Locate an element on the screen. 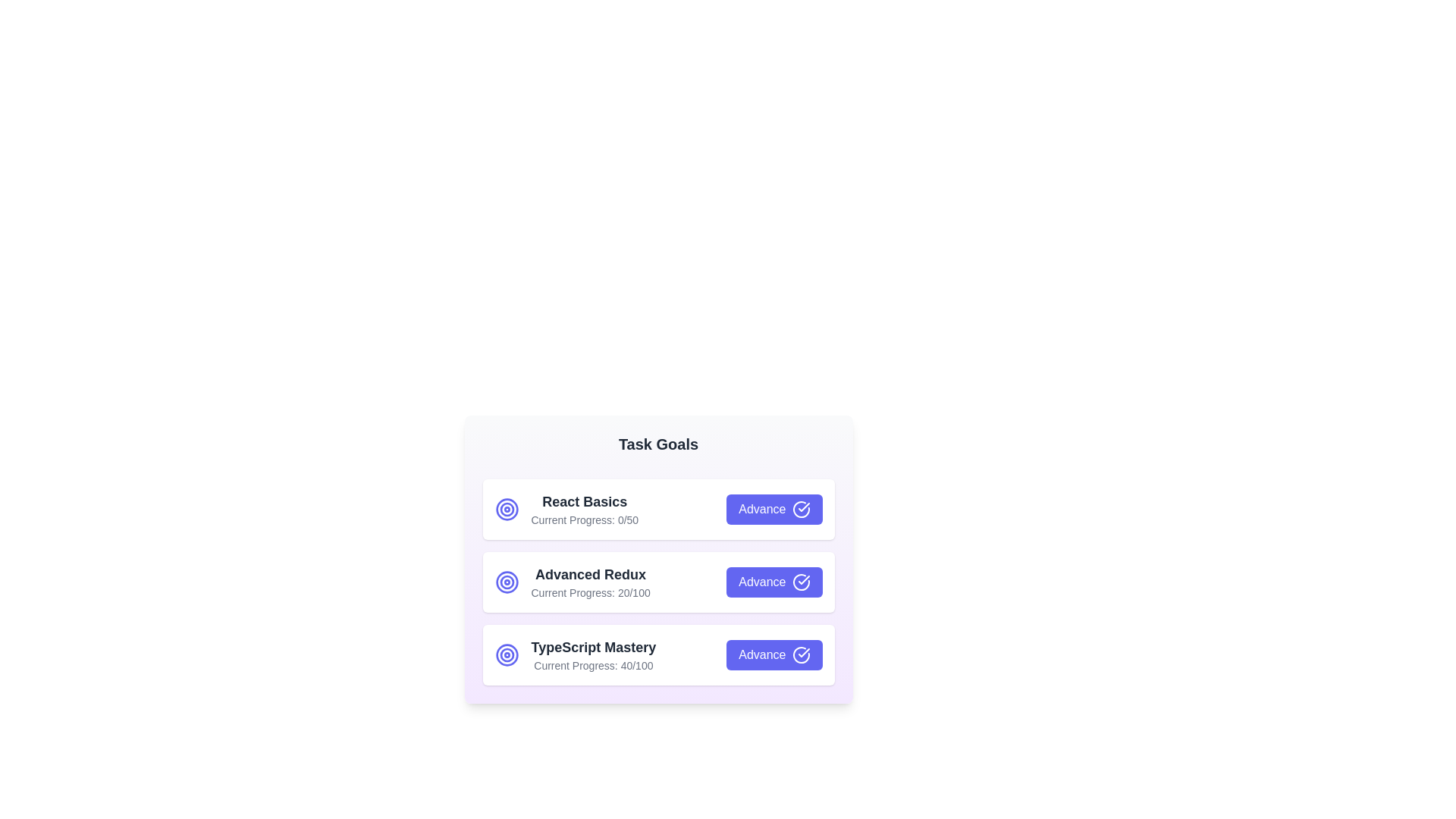 Image resolution: width=1456 pixels, height=819 pixels. the 'Advance' button with a purple background located in the second row of the 'Advanced Redux' task card is located at coordinates (774, 581).